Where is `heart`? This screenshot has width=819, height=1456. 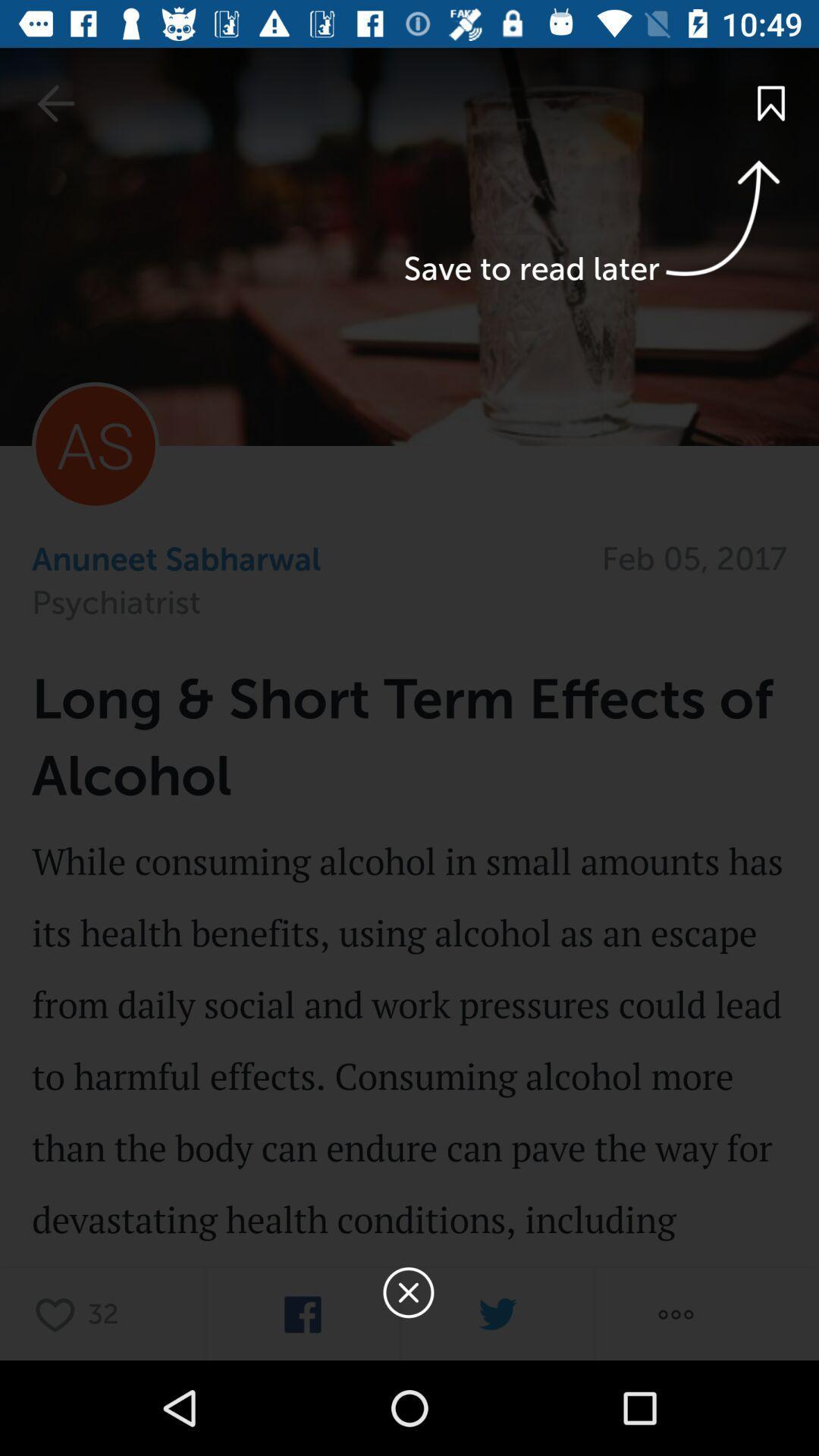 heart is located at coordinates (58, 1313).